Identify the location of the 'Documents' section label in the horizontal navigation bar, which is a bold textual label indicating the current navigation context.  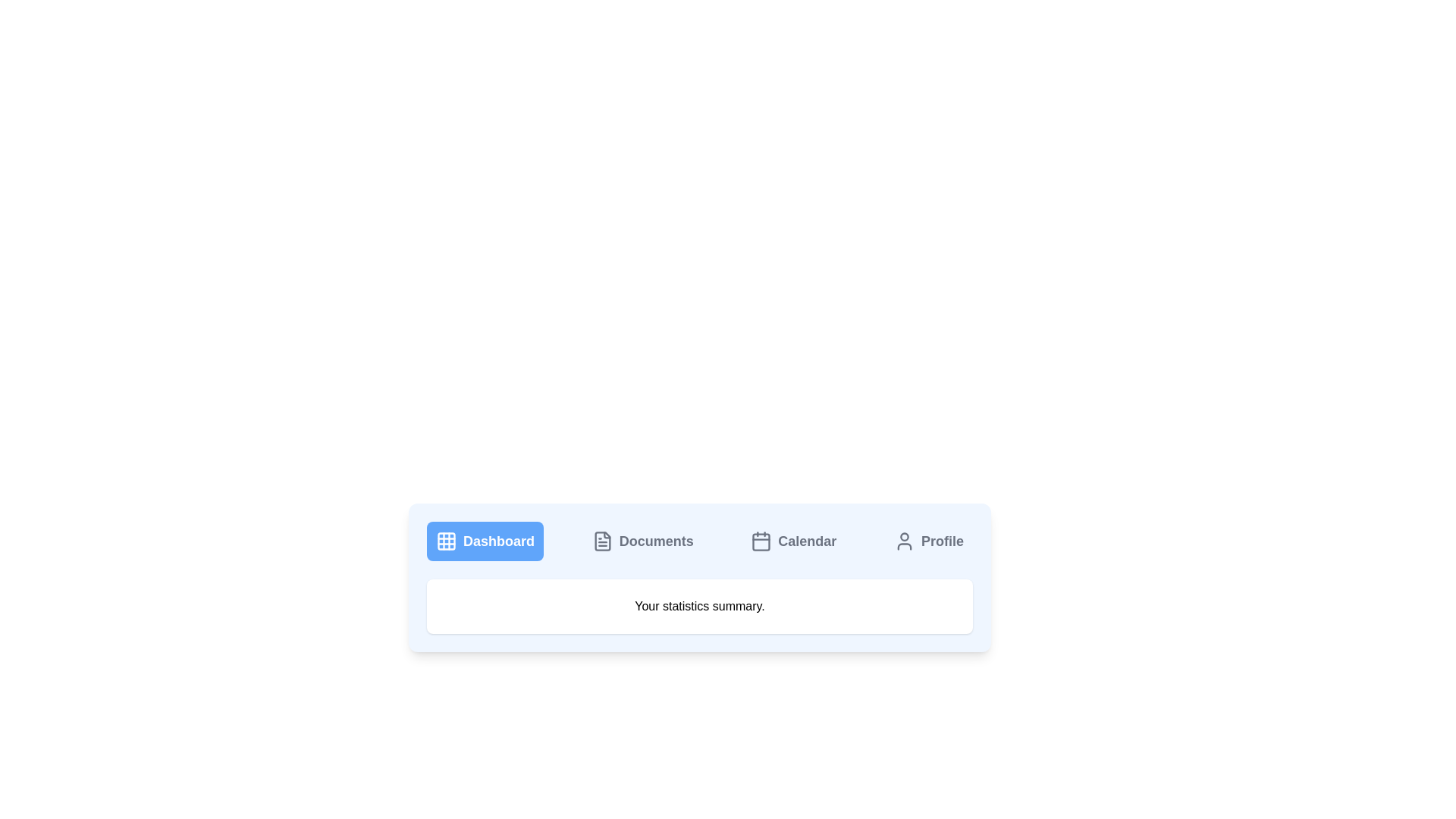
(656, 540).